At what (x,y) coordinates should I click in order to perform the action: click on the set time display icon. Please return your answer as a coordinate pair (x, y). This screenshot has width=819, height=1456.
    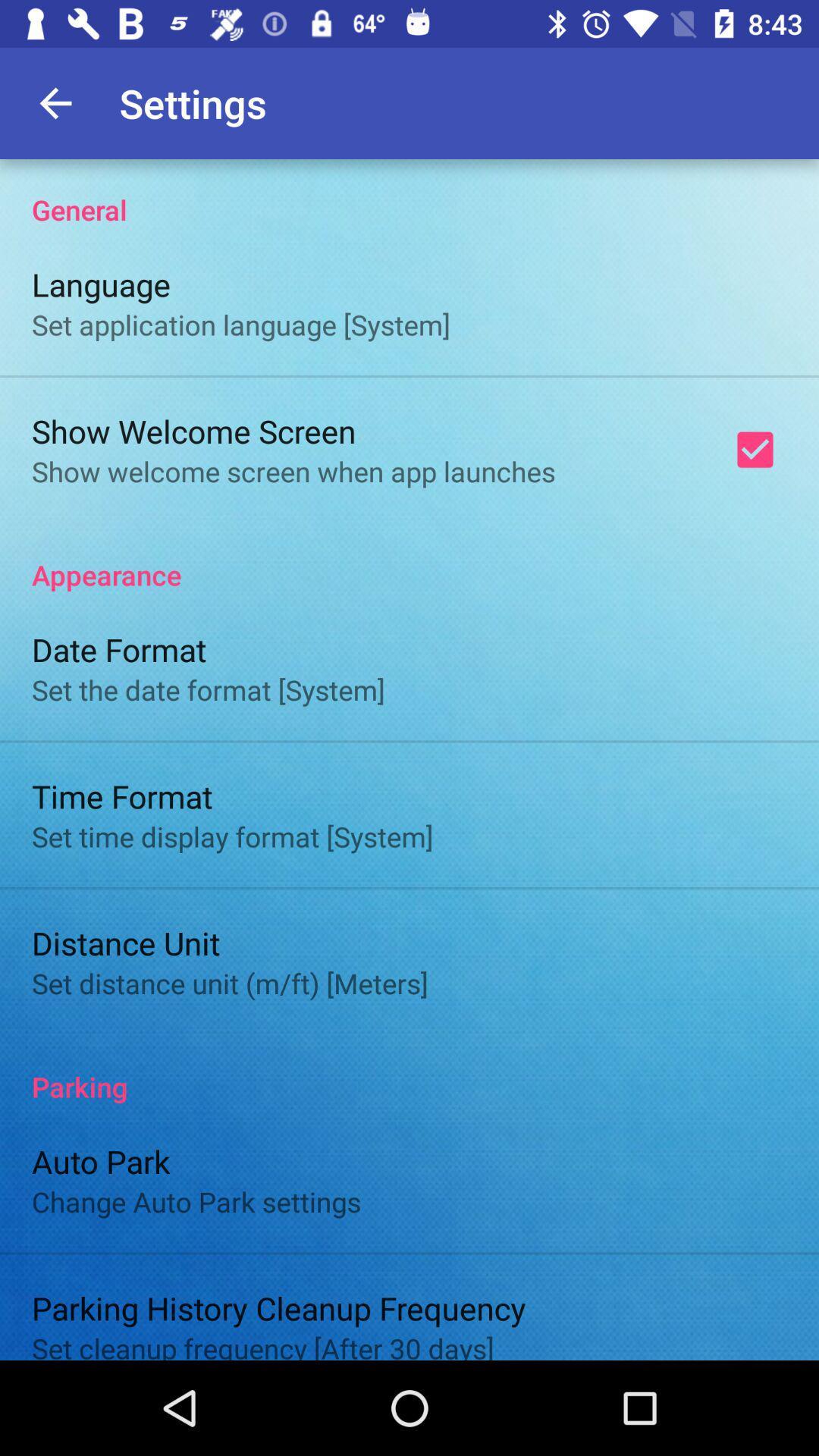
    Looking at the image, I should click on (232, 836).